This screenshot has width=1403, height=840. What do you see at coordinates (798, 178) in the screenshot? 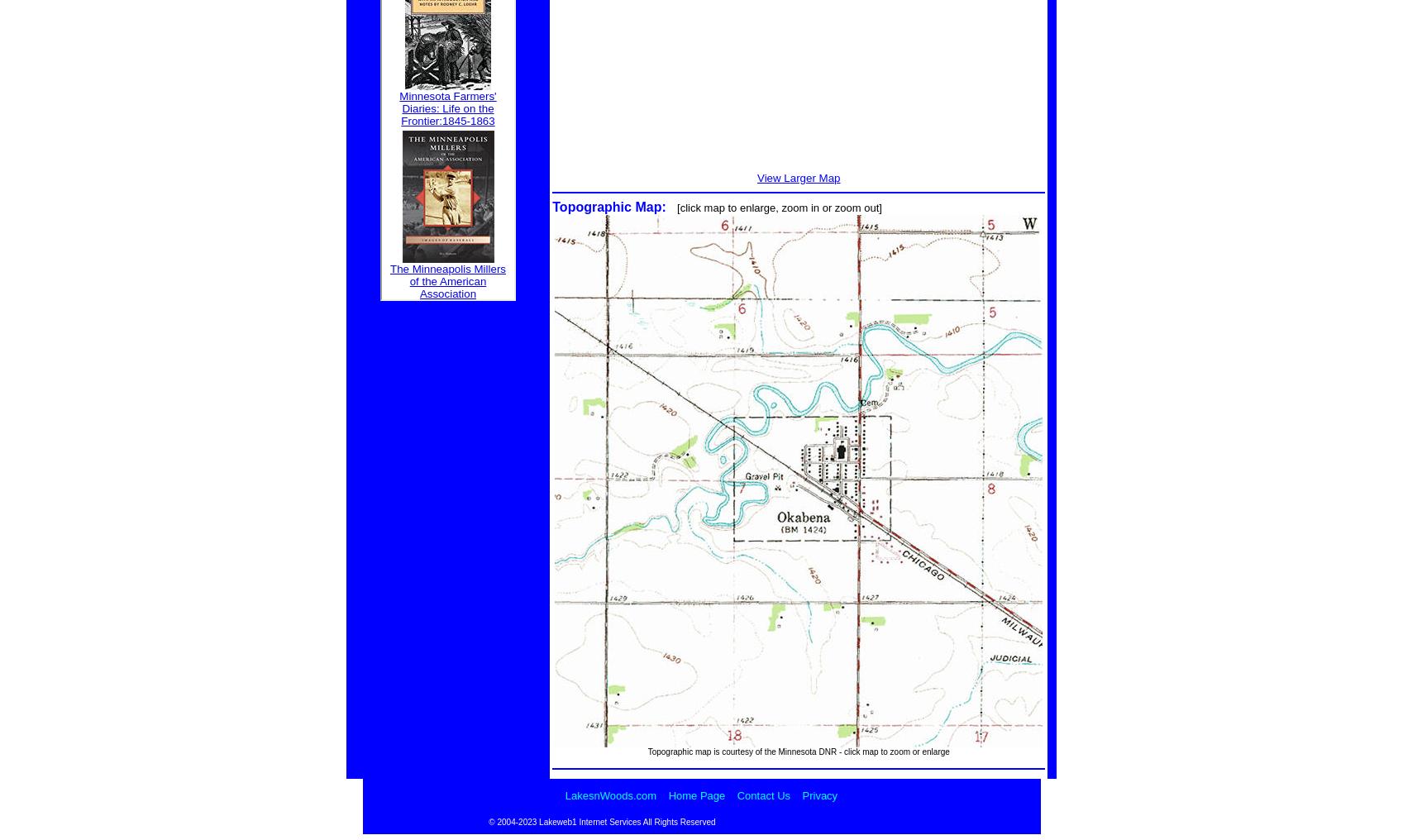
I see `'View Larger Map'` at bounding box center [798, 178].